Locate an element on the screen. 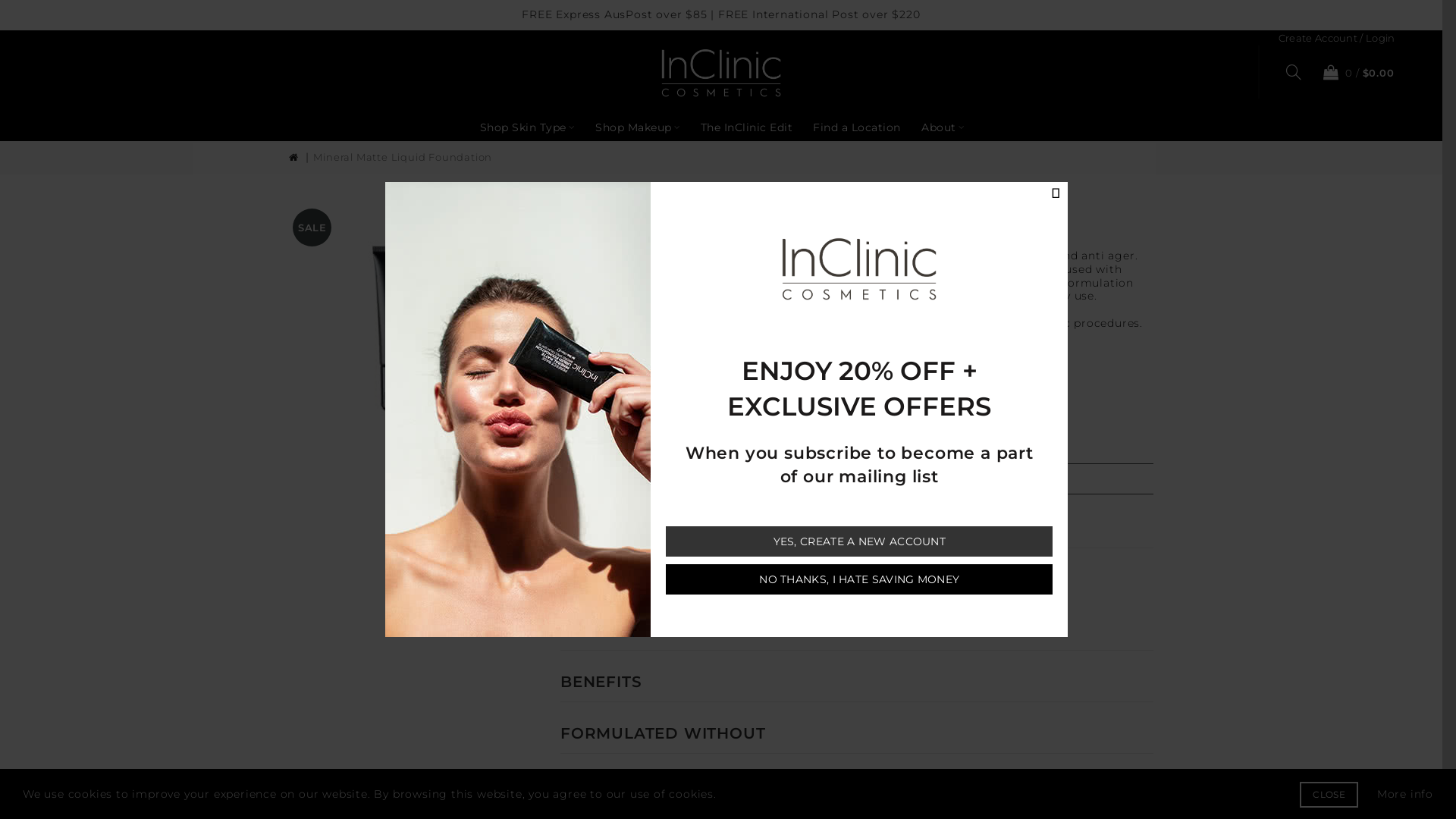 The image size is (1456, 819). 'CLOSE' is located at coordinates (1298, 794).